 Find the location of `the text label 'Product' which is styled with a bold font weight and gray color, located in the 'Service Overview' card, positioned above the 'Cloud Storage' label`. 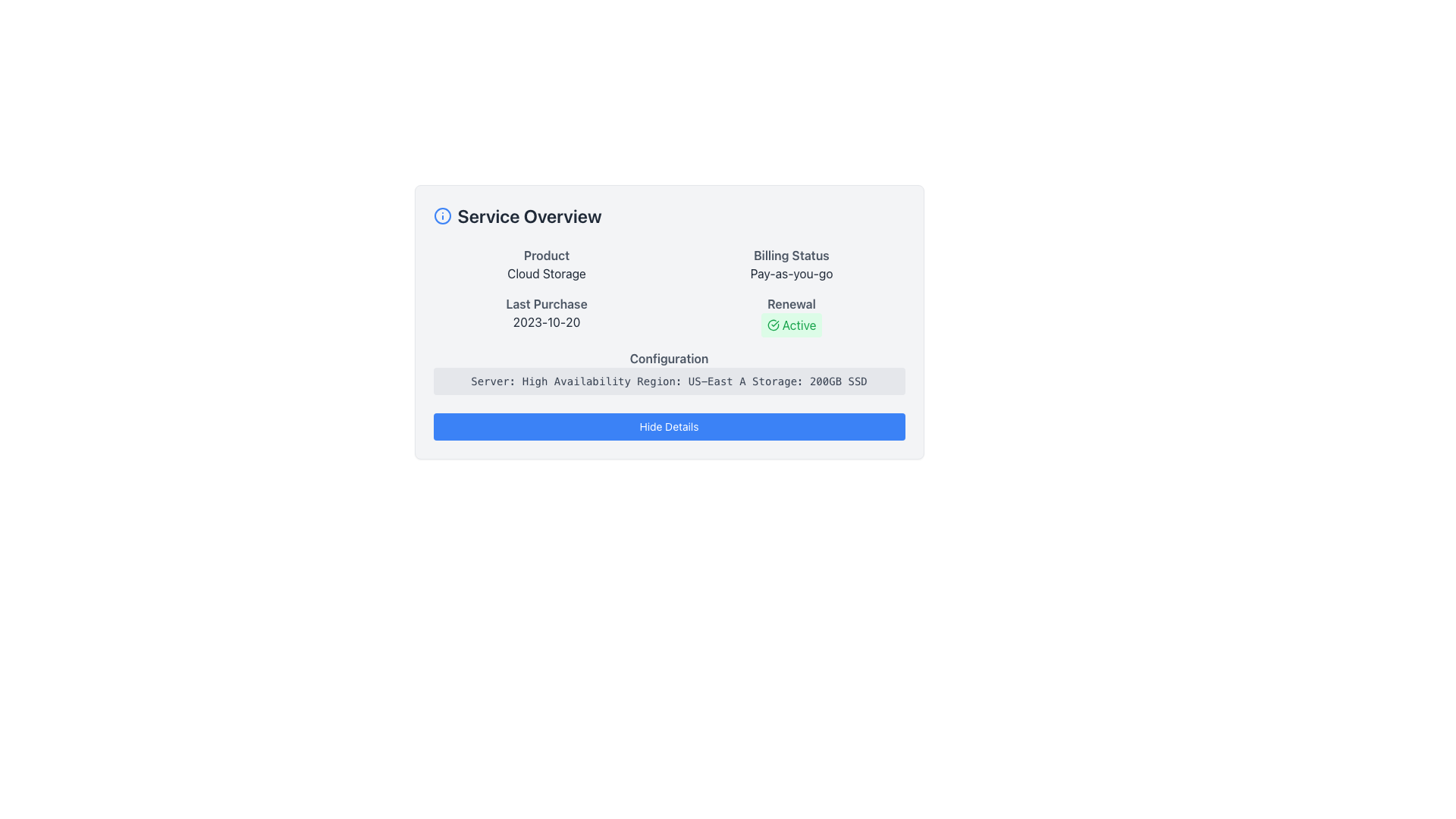

the text label 'Product' which is styled with a bold font weight and gray color, located in the 'Service Overview' card, positioned above the 'Cloud Storage' label is located at coordinates (546, 254).